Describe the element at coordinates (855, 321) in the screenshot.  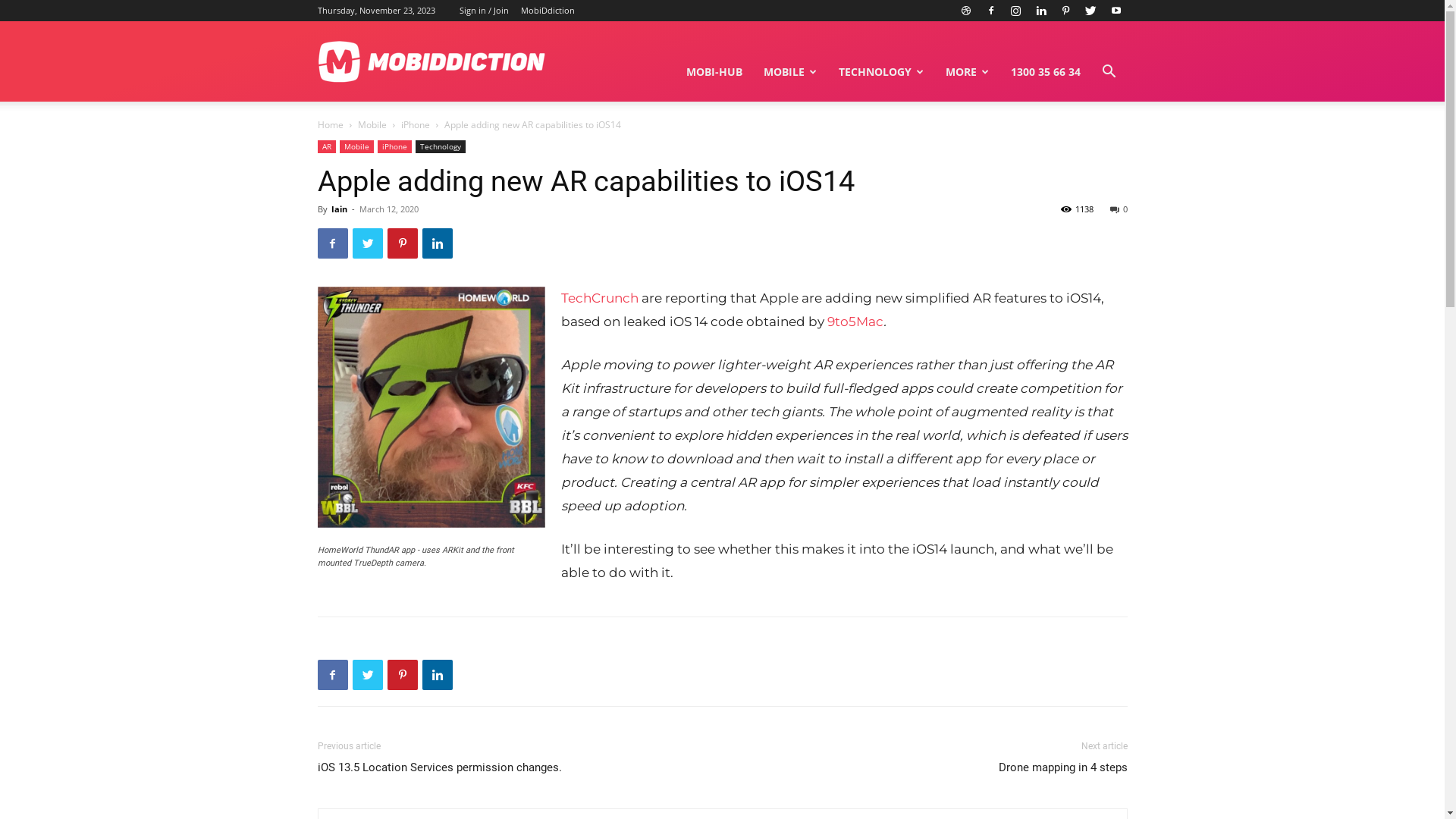
I see `'9to5Mac'` at that location.